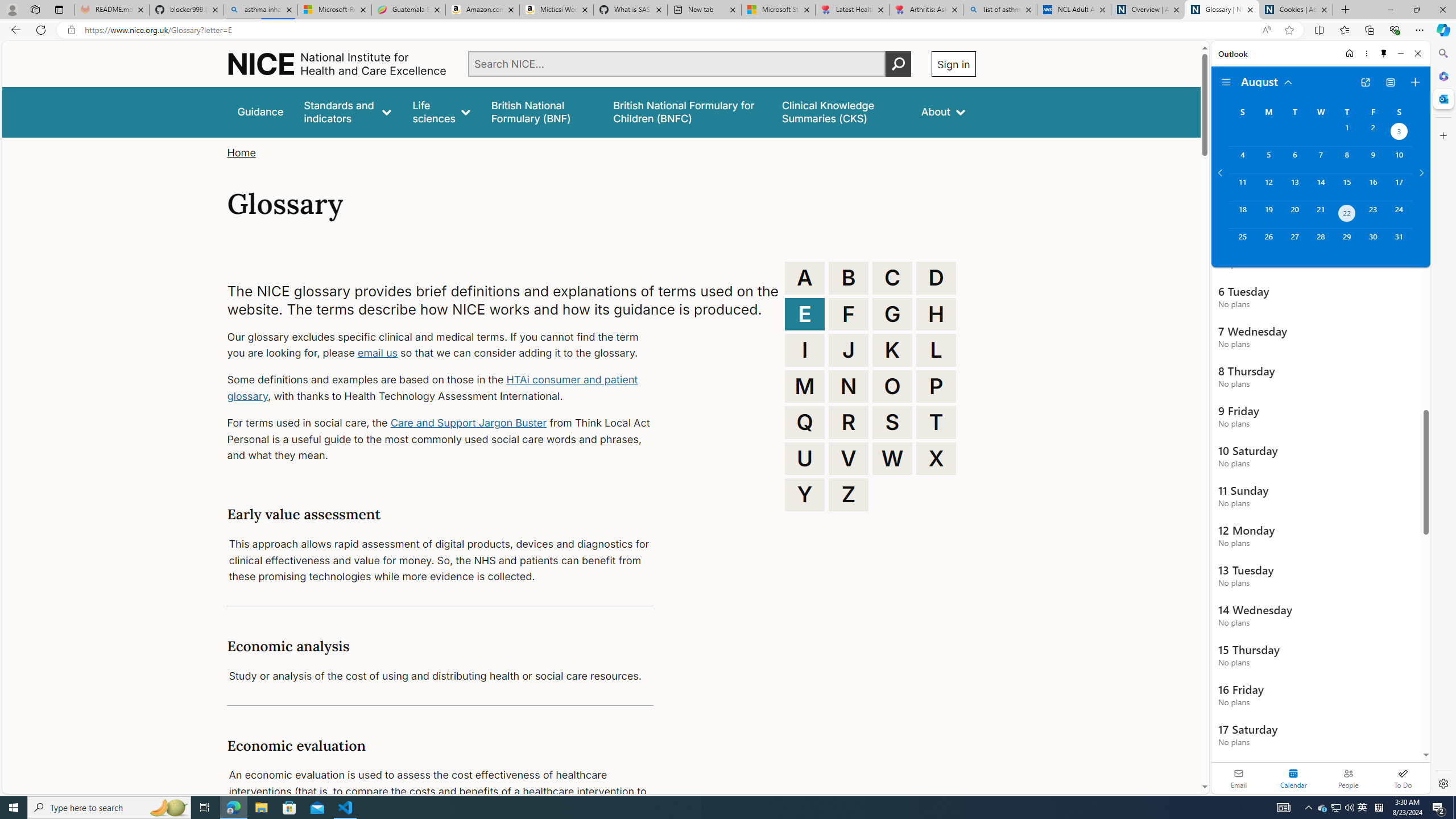 This screenshot has height=819, width=1456. I want to click on 'New tab', so click(703, 9).